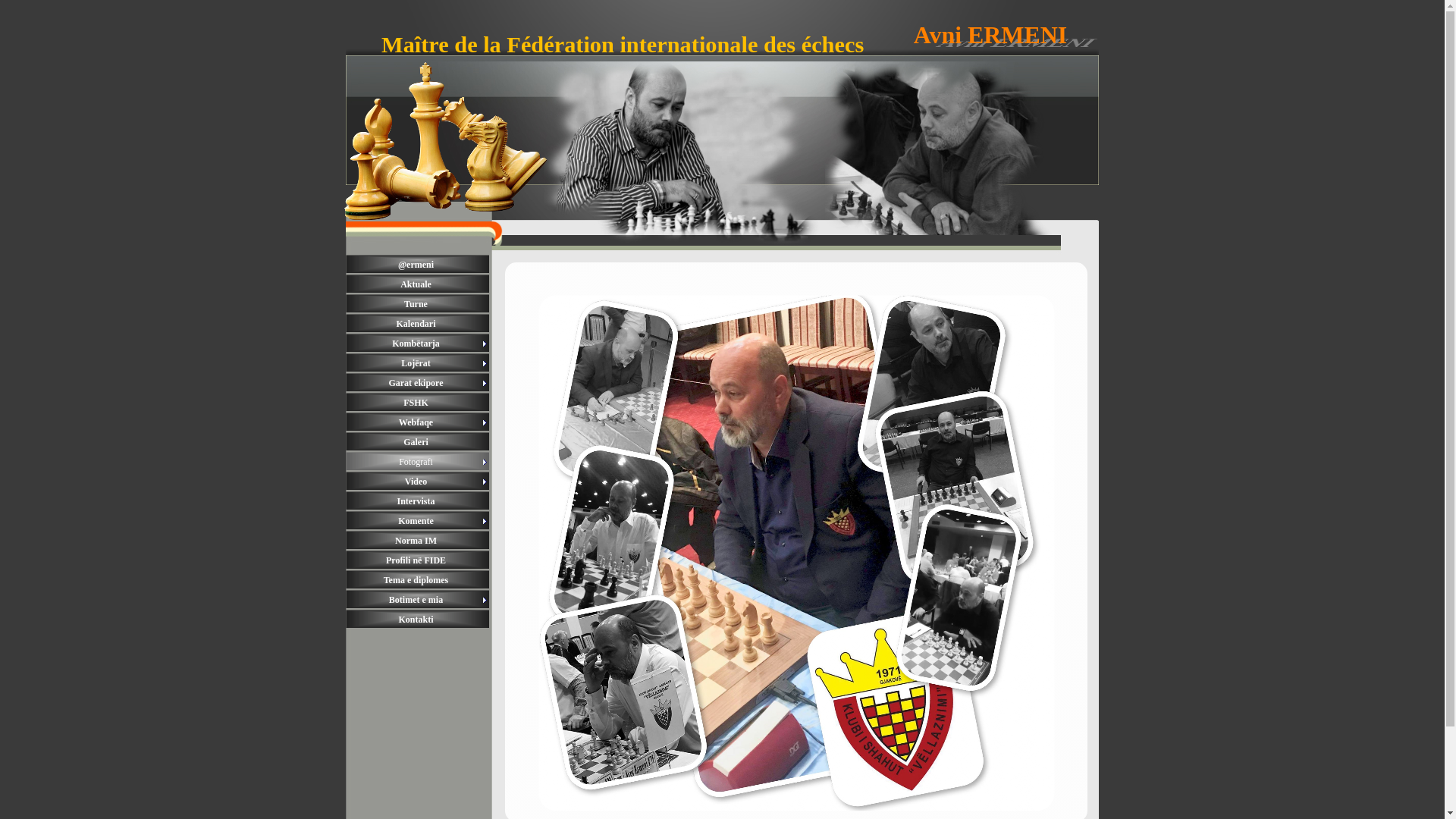 Image resolution: width=1456 pixels, height=819 pixels. I want to click on '@ermeni', so click(418, 263).